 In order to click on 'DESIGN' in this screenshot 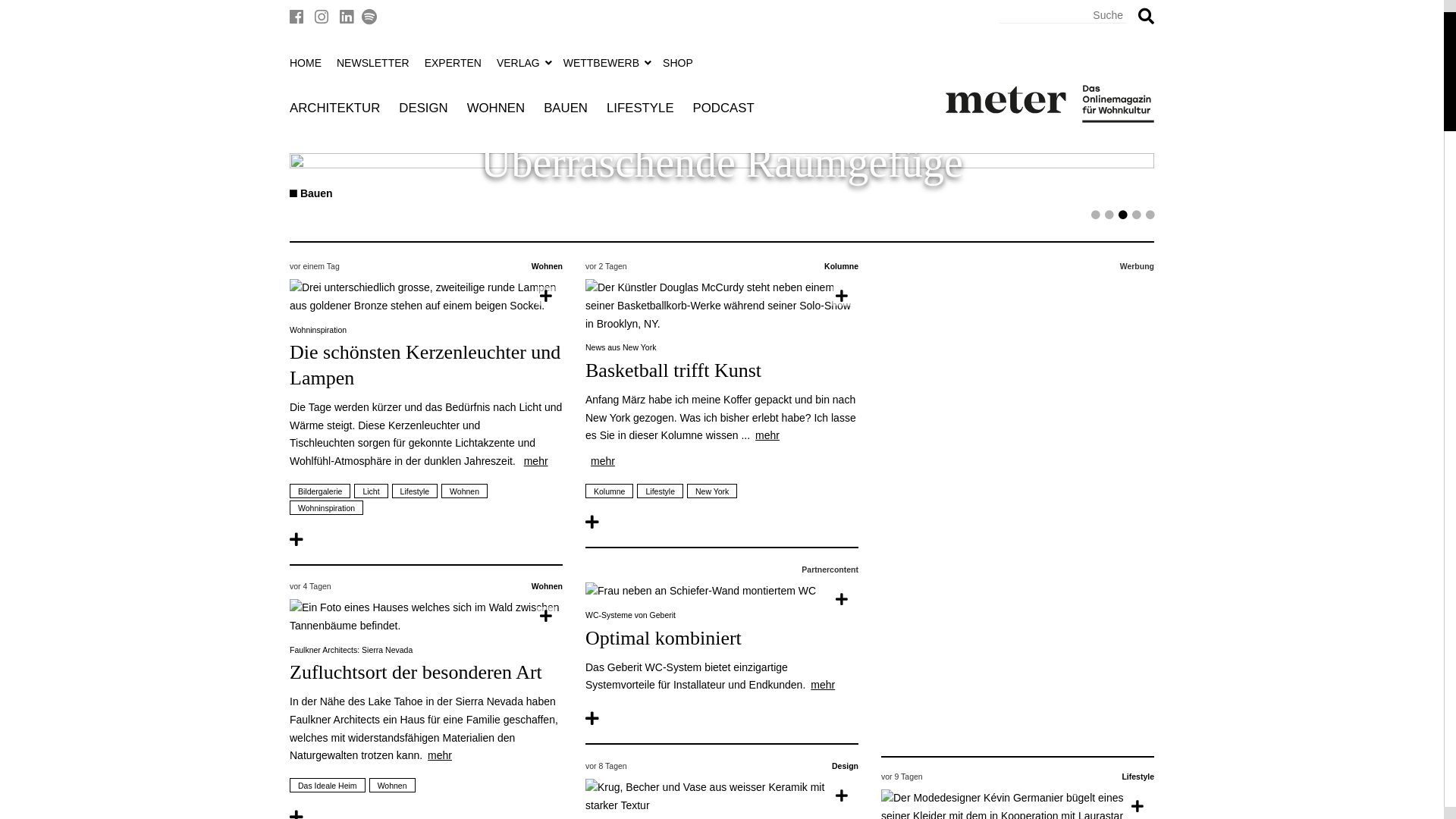, I will do `click(422, 108)`.